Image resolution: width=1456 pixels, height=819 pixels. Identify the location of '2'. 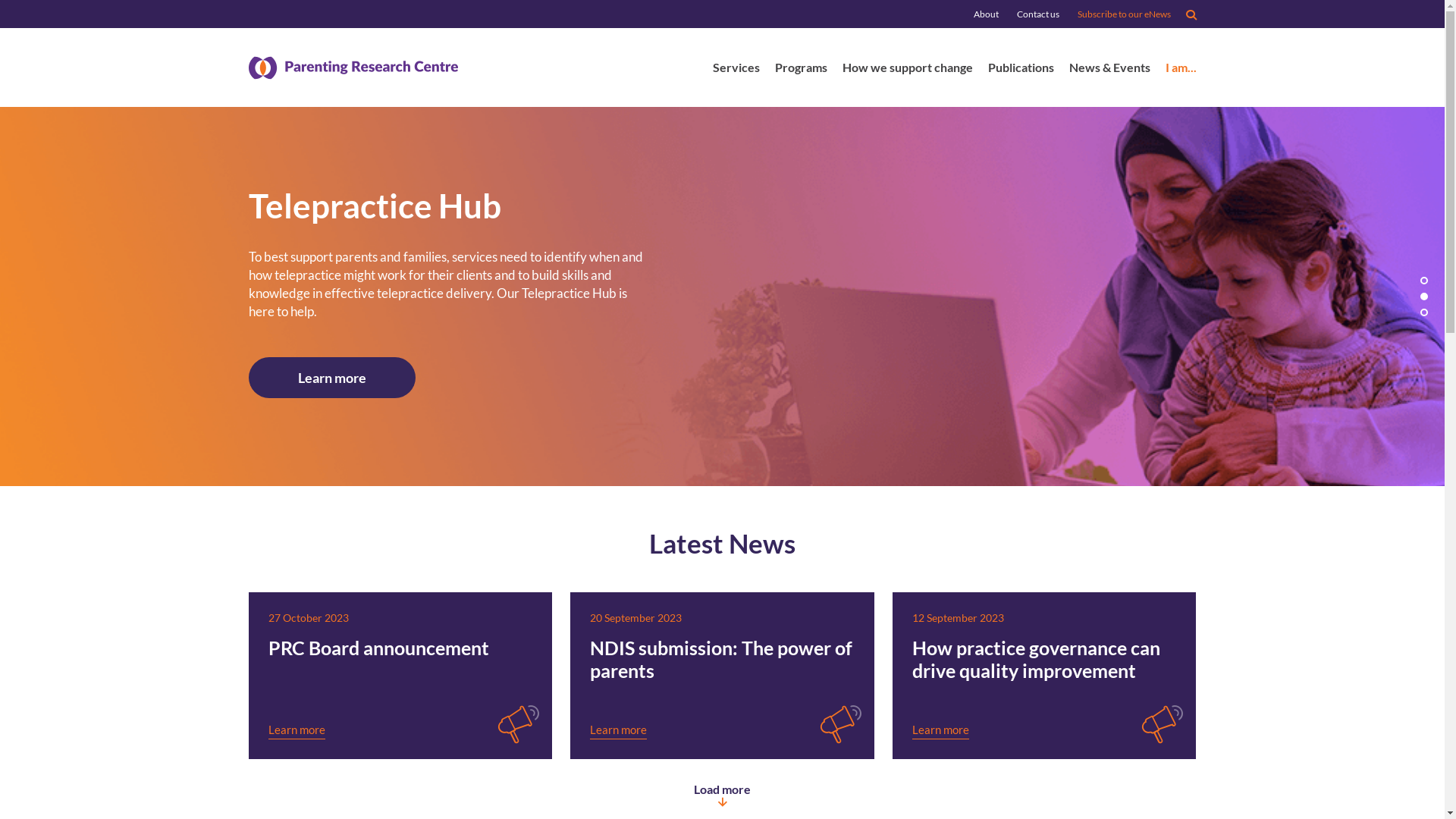
(1423, 296).